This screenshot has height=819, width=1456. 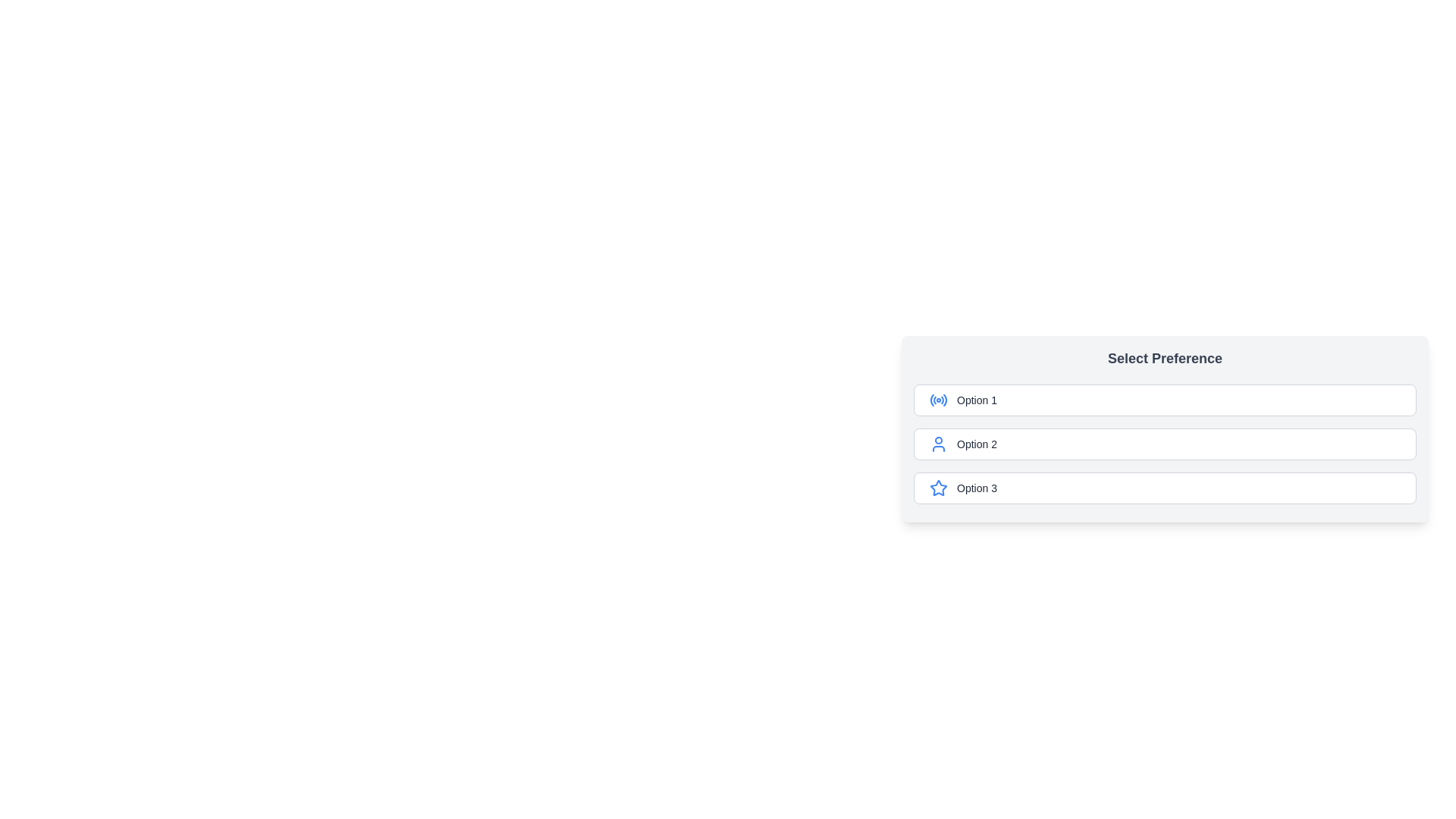 What do you see at coordinates (1164, 488) in the screenshot?
I see `the third radio button option labeled 'Option 3'` at bounding box center [1164, 488].